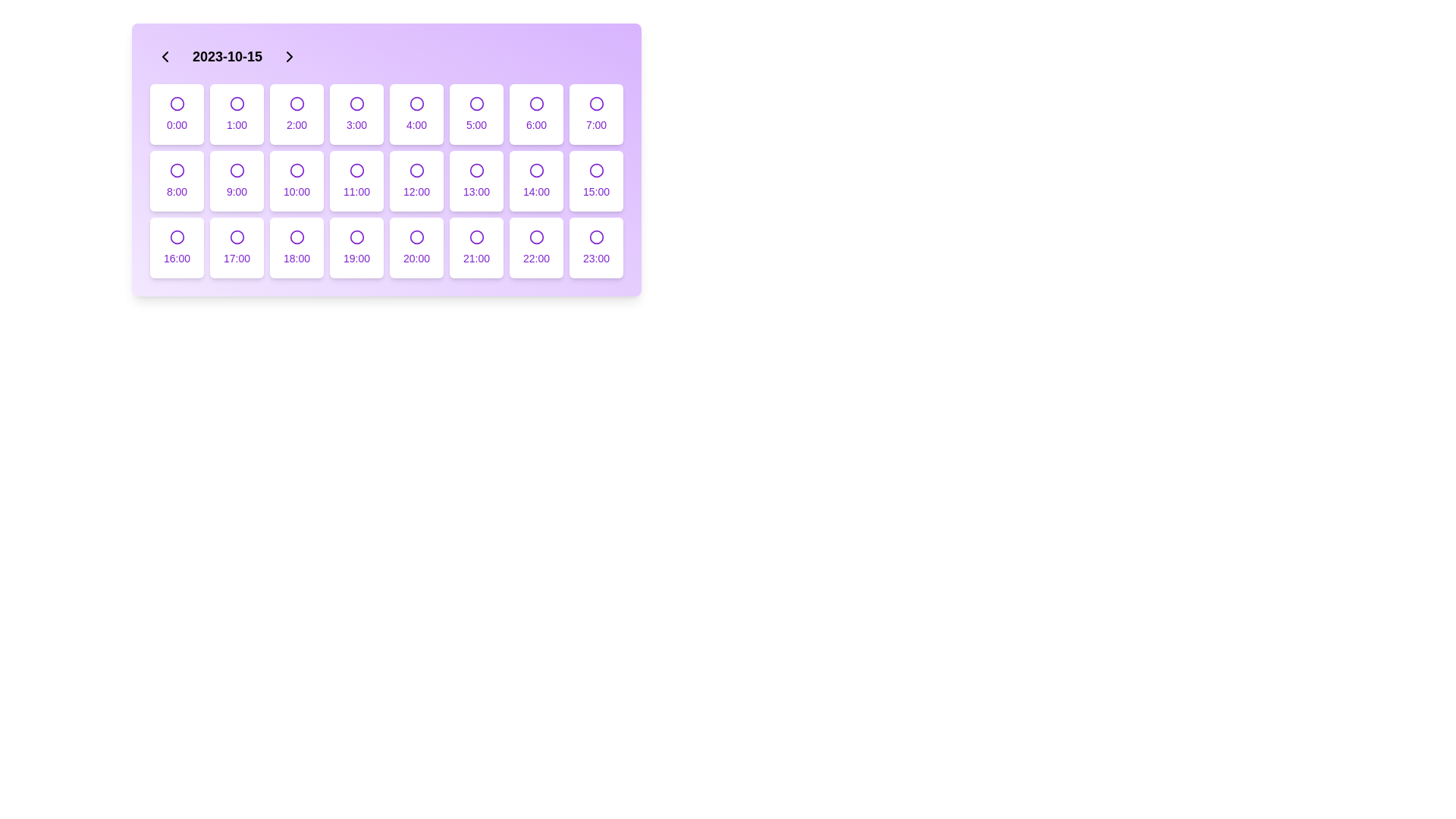 This screenshot has width=1456, height=819. I want to click on the circular marker icon representing the time slot for '18:00', which is located in the fourth row and third column of the grid layout, so click(297, 237).